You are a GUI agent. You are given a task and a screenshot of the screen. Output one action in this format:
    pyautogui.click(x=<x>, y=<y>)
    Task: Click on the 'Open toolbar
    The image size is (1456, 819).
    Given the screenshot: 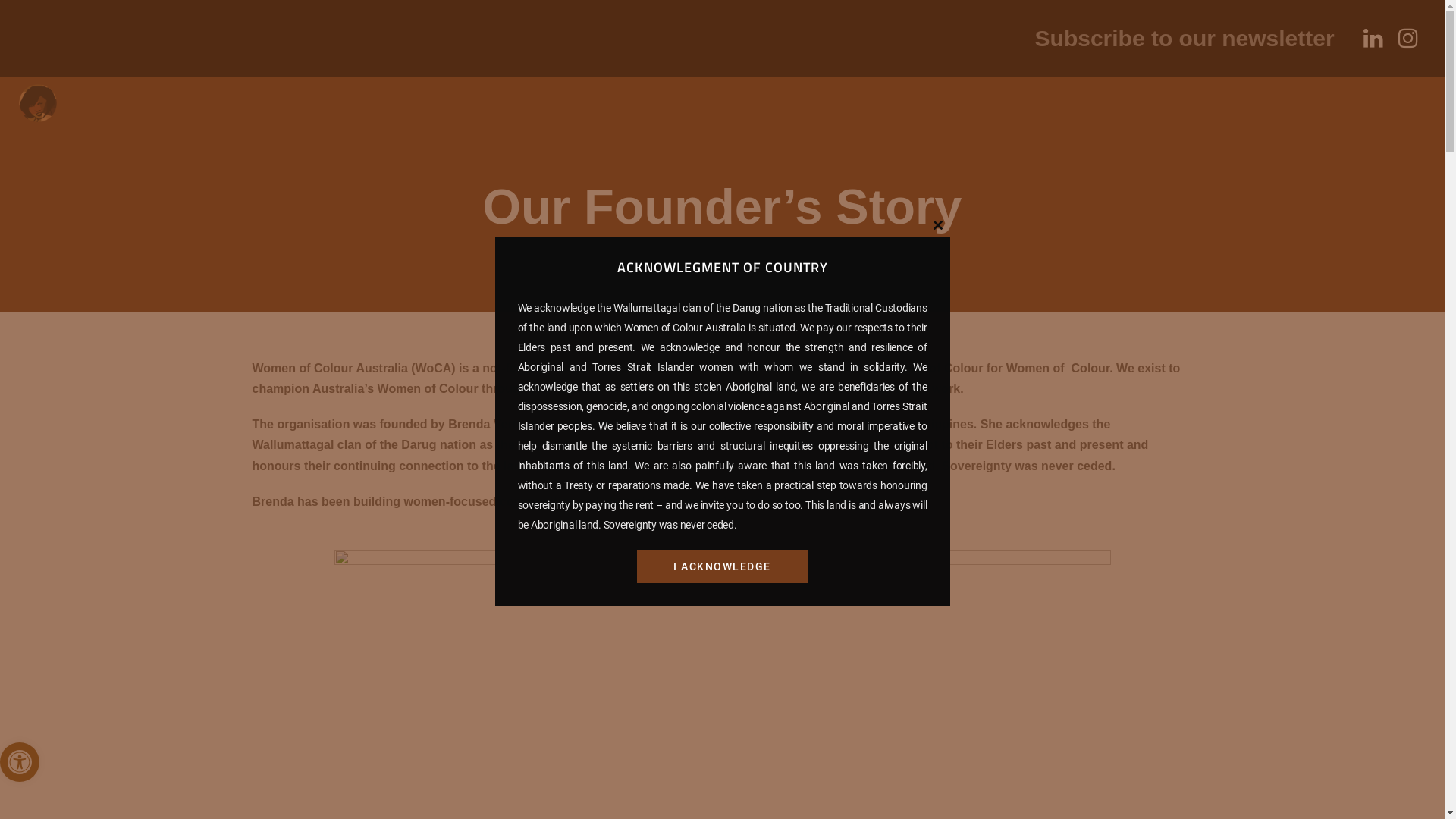 What is the action you would take?
    pyautogui.click(x=19, y=762)
    